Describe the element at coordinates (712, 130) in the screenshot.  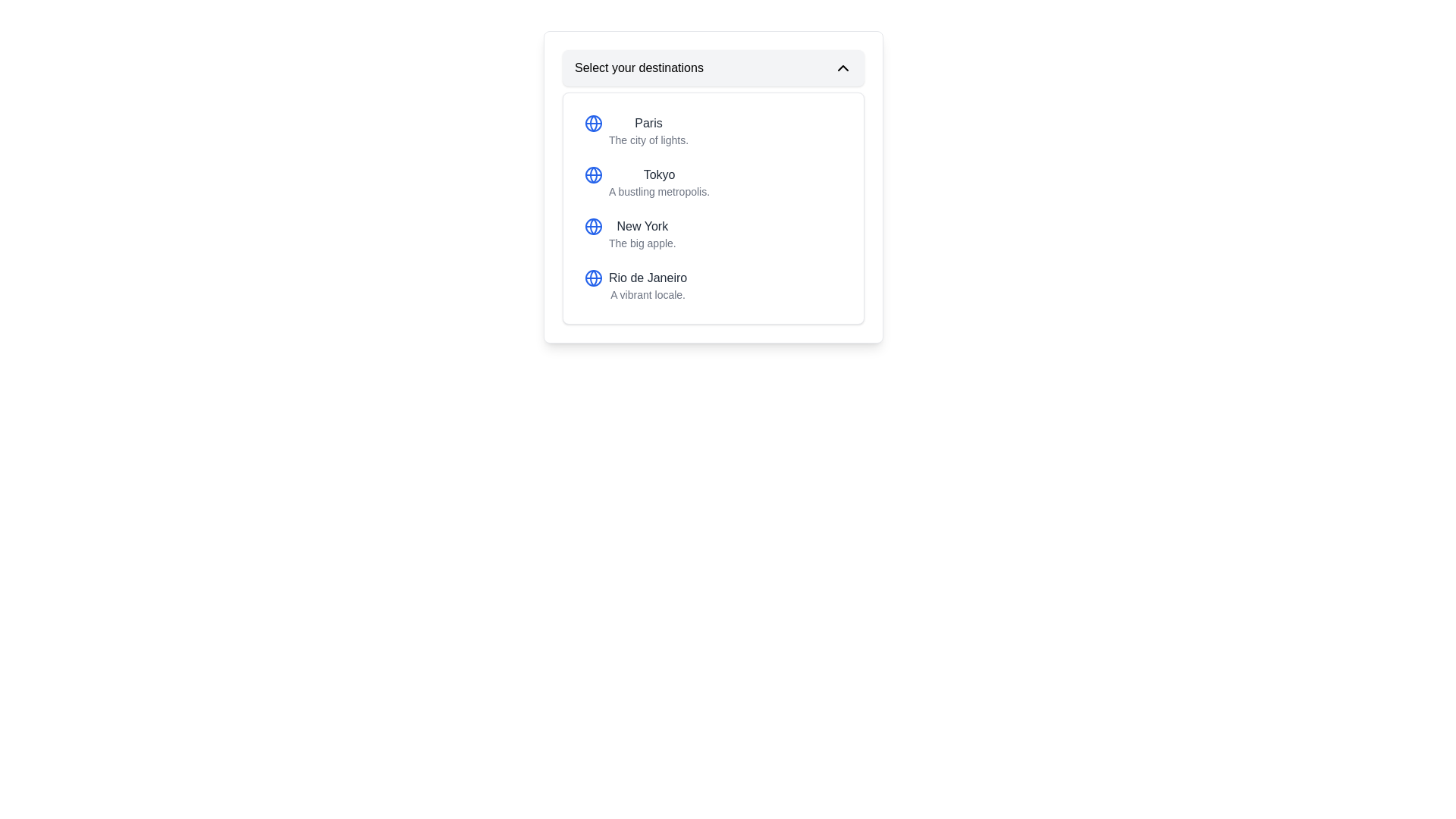
I see `the first list item that provides information about Paris as a destination, located in a vertical list of destinations` at that location.